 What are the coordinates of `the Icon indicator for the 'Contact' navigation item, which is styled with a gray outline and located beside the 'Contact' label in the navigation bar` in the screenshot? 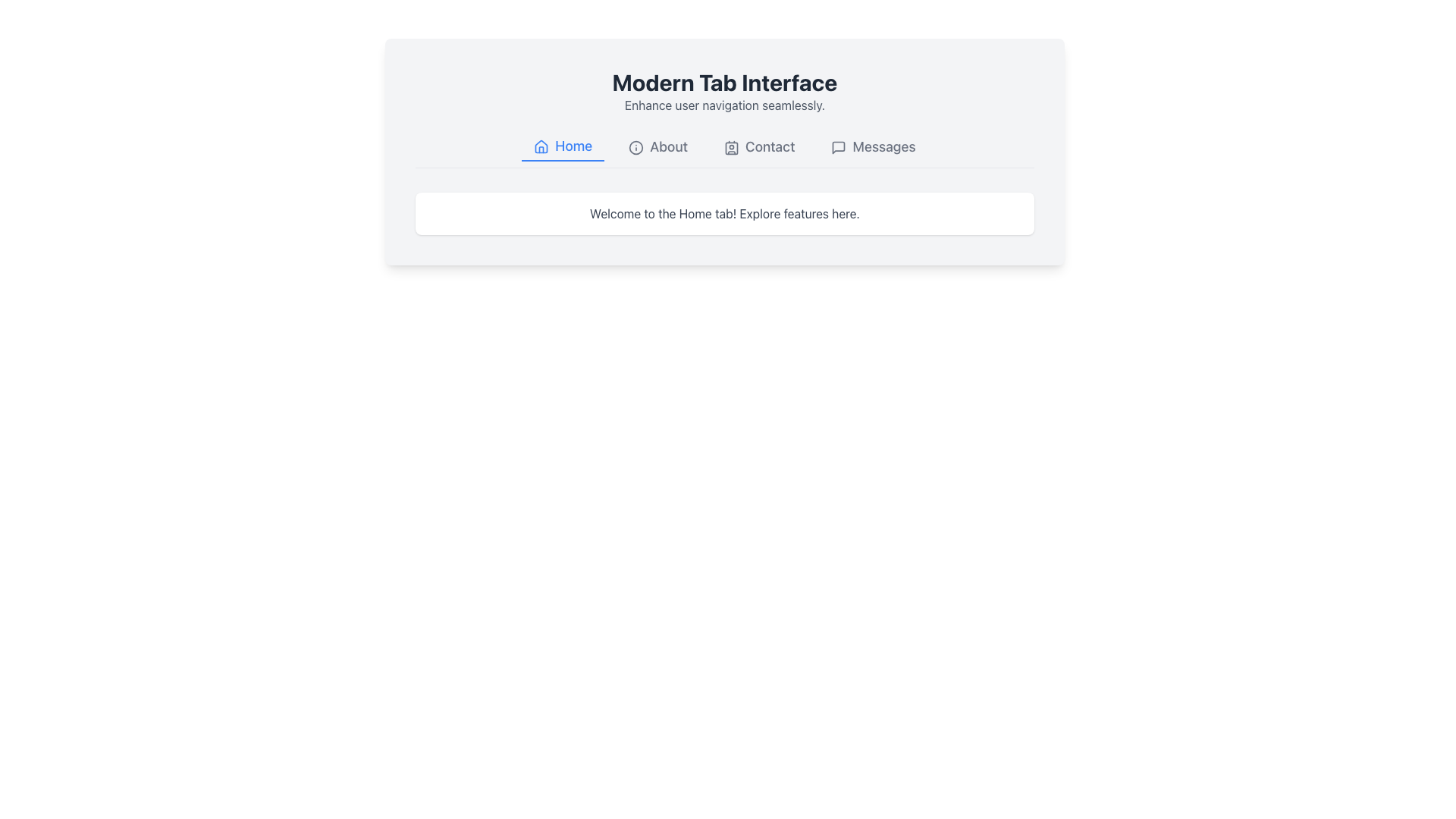 It's located at (731, 148).